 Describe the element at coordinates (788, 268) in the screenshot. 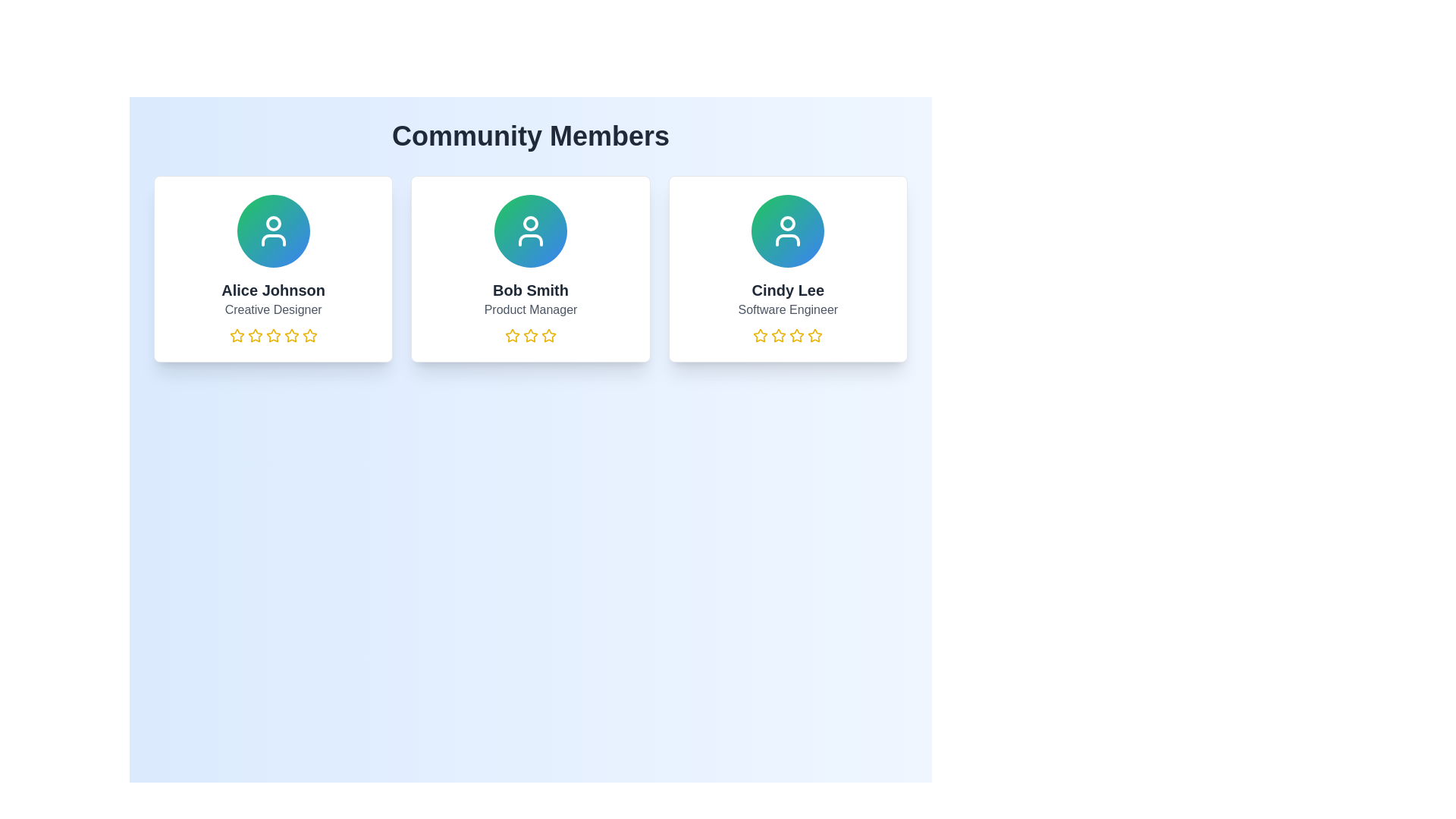

I see `information displayed on the Informational card for Cindy Lee, which includes her name, title, user icon, and rating system, located in the third column of the grid layout` at that location.